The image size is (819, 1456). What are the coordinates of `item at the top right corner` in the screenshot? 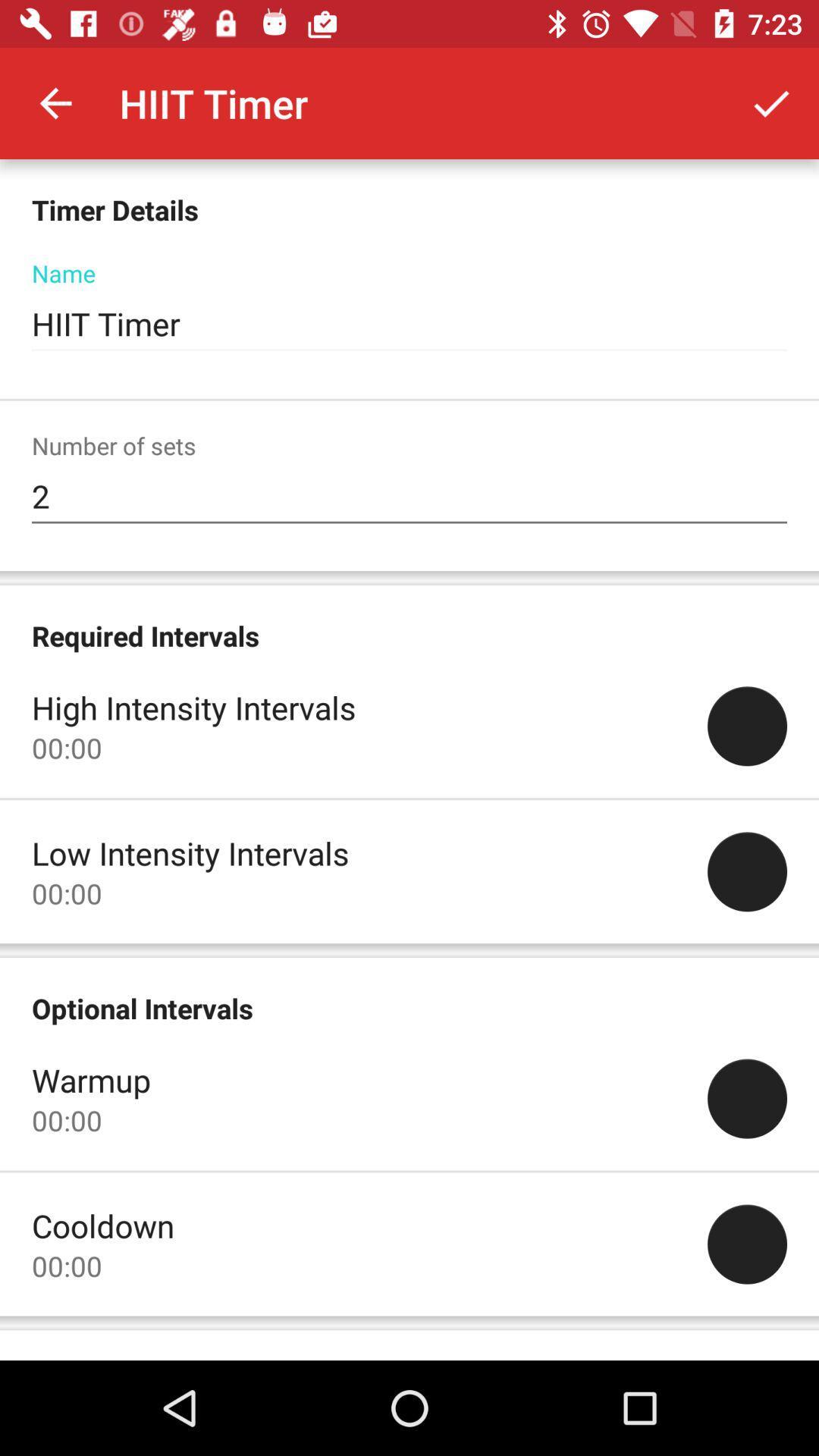 It's located at (771, 102).